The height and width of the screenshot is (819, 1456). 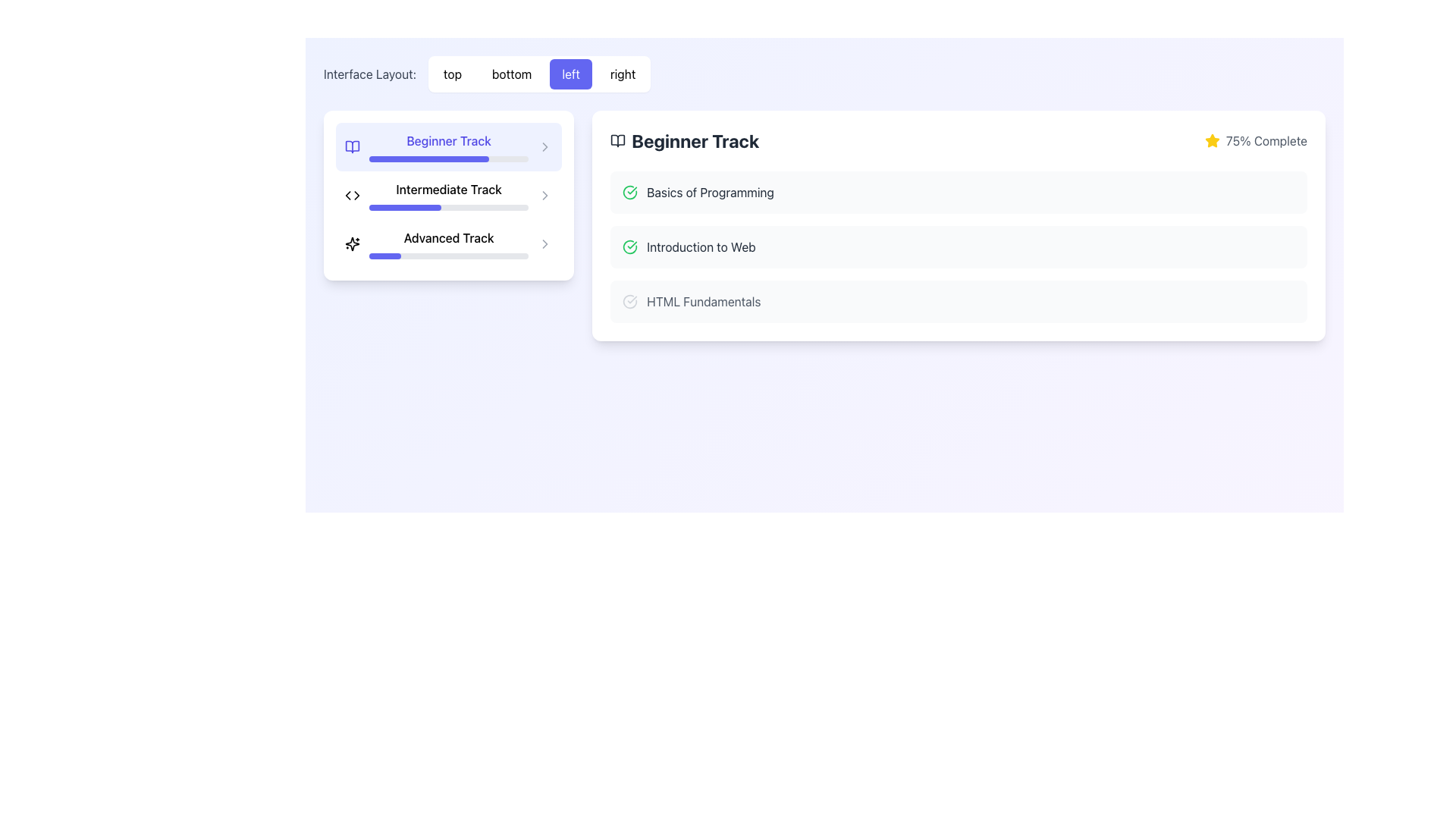 I want to click on the Progress indicator bar that shows 20% completion for the 'Advanced Track' section, located under the 'Advanced Track' text in the left panel, so click(x=385, y=256).